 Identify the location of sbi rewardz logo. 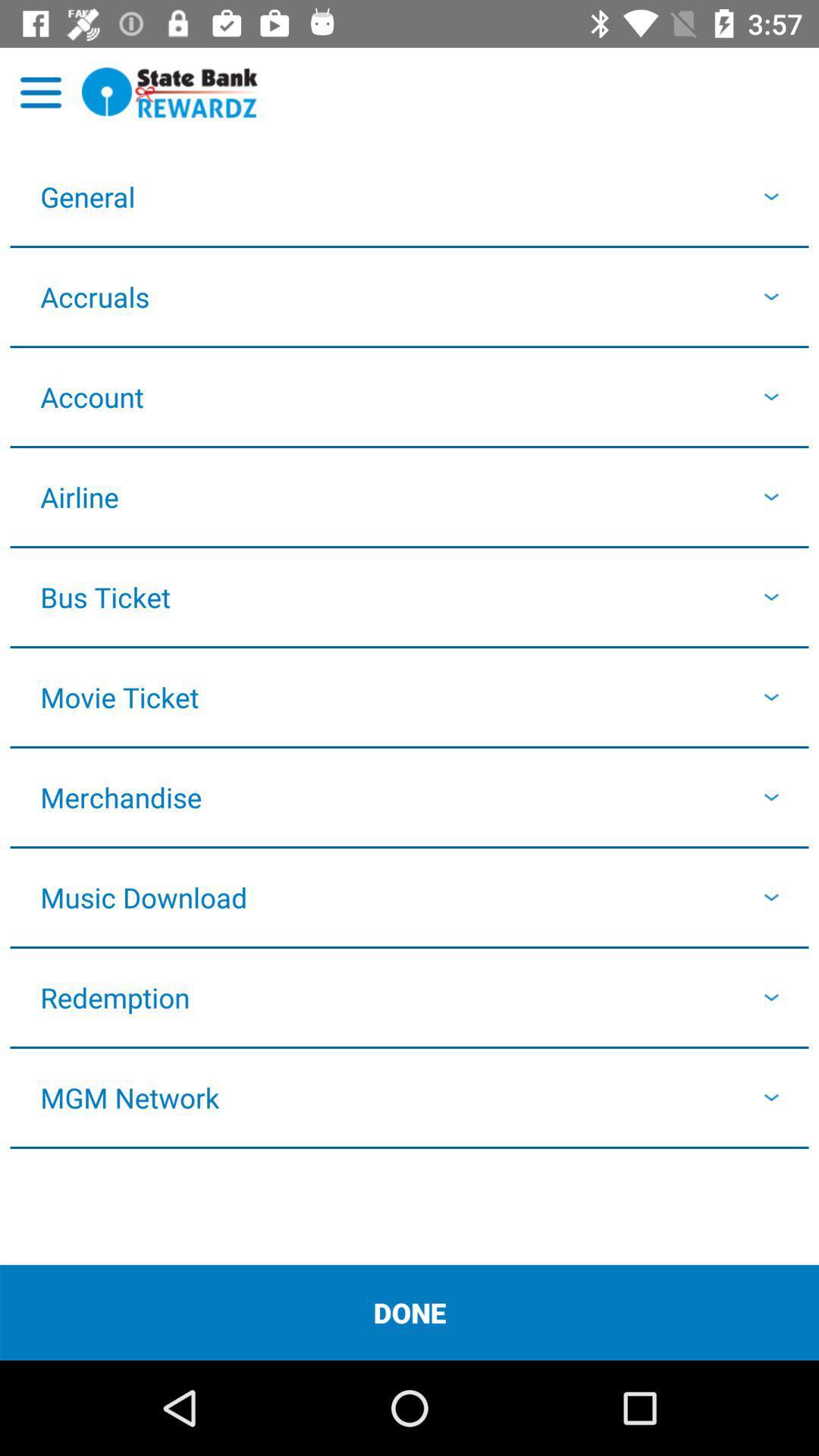
(170, 92).